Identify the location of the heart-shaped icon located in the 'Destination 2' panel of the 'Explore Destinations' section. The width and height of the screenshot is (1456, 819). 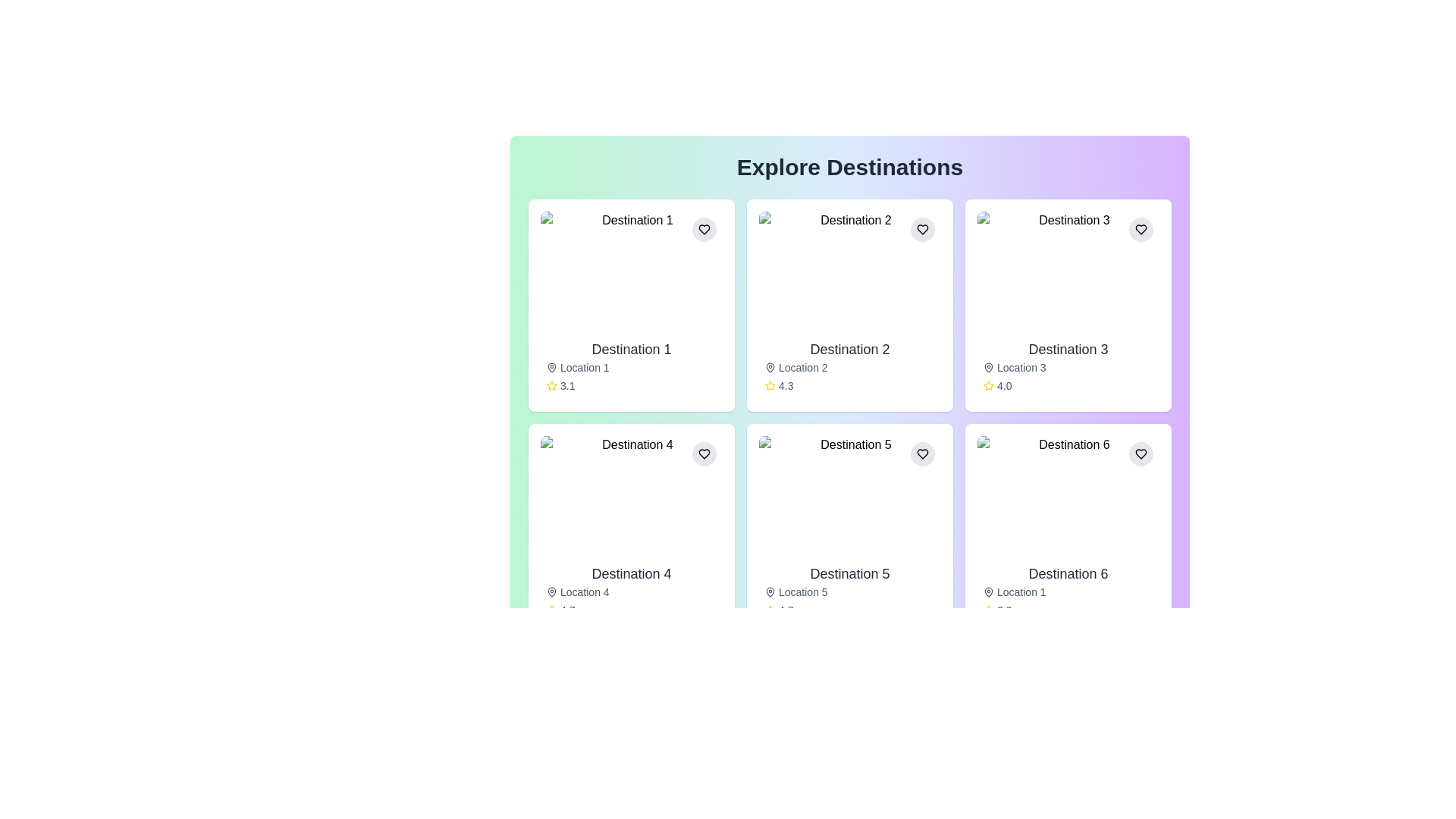
(922, 230).